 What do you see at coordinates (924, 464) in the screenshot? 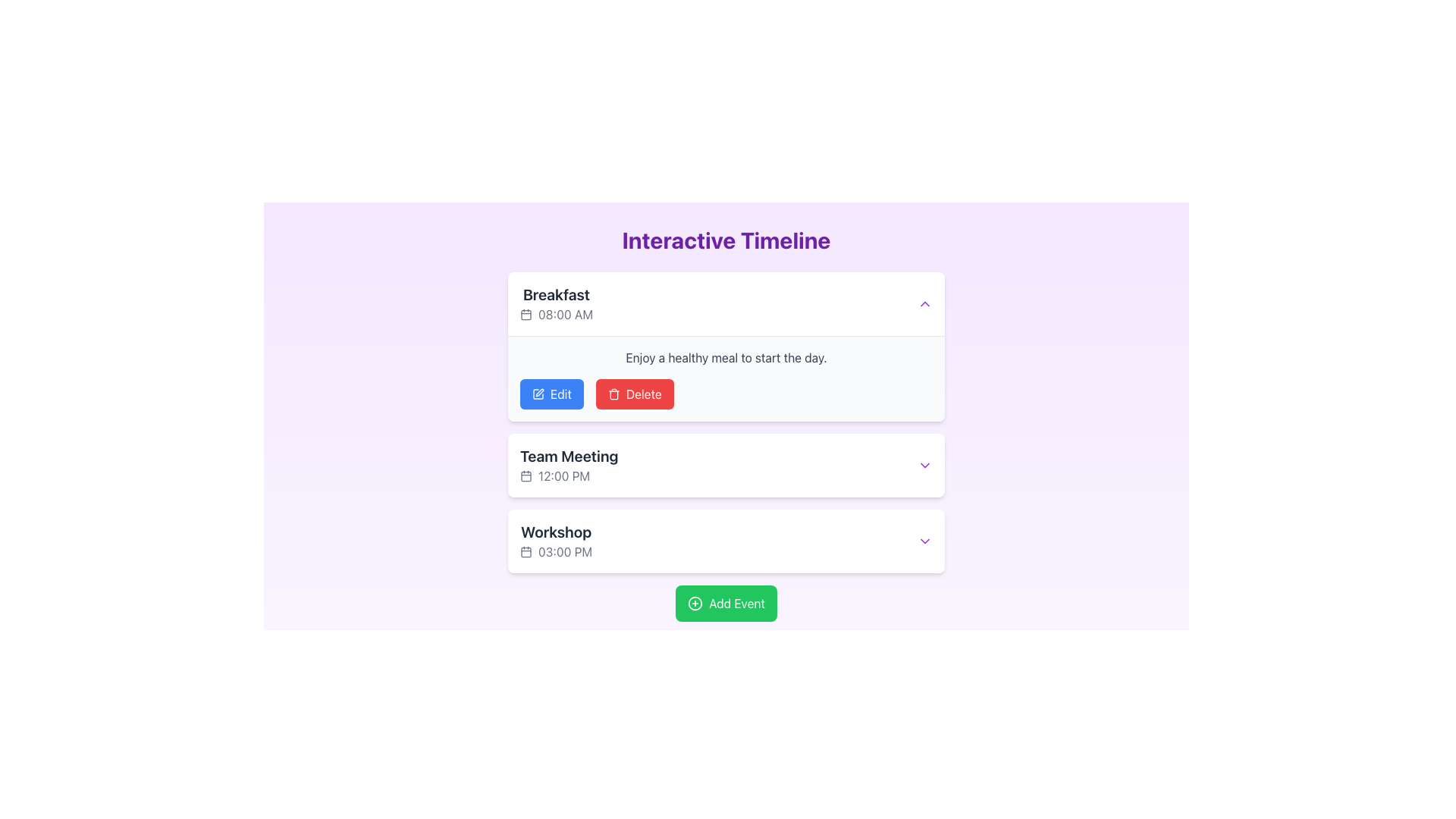
I see `the button located at the top-right corner of the 'Team Meeting' event card` at bounding box center [924, 464].